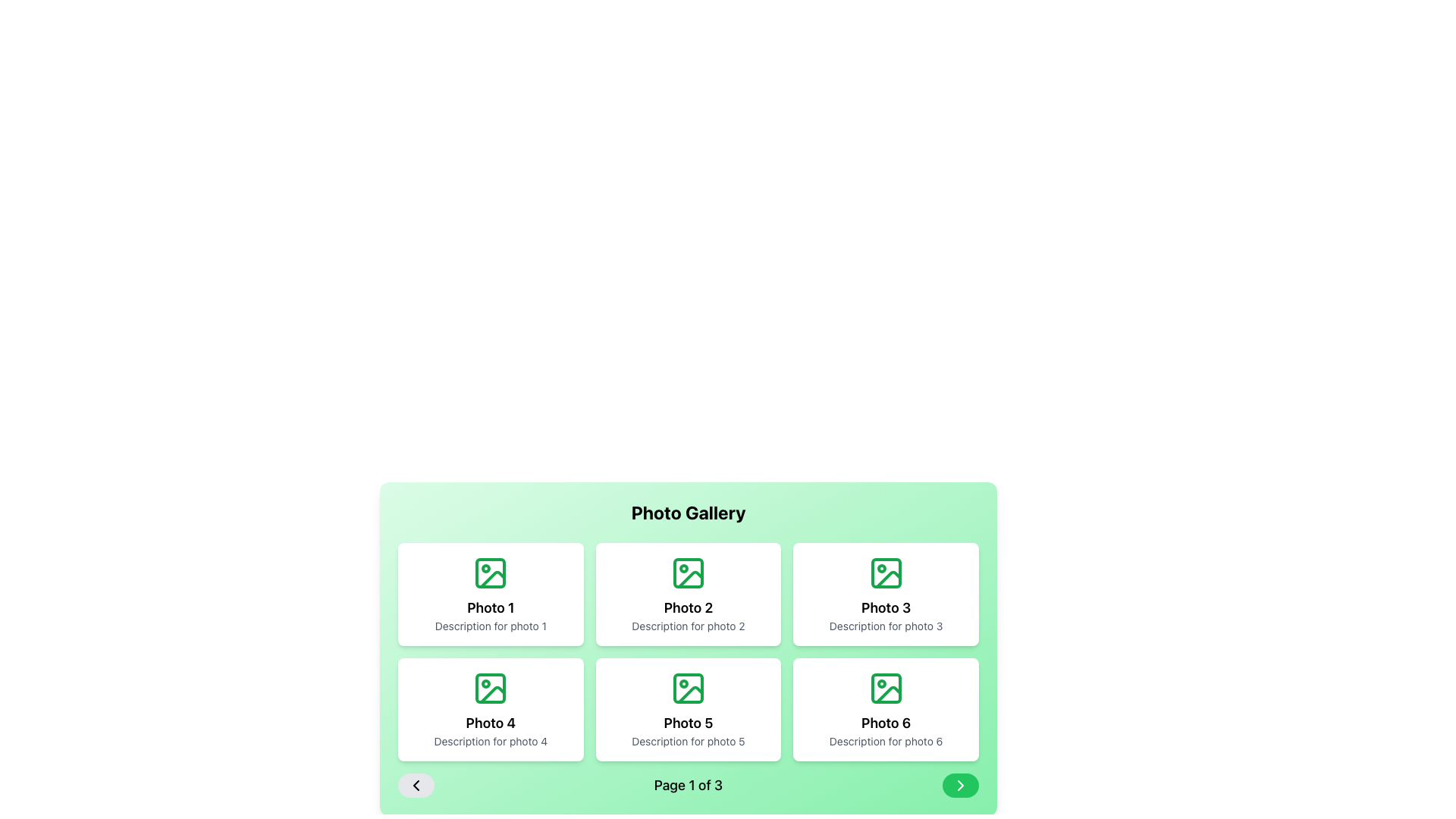 The width and height of the screenshot is (1456, 819). I want to click on the decorative graphical element of the 'Photo 5' card icon in the photo gallery, which is represented as the larger rectangle in the SVG image, so click(687, 688).